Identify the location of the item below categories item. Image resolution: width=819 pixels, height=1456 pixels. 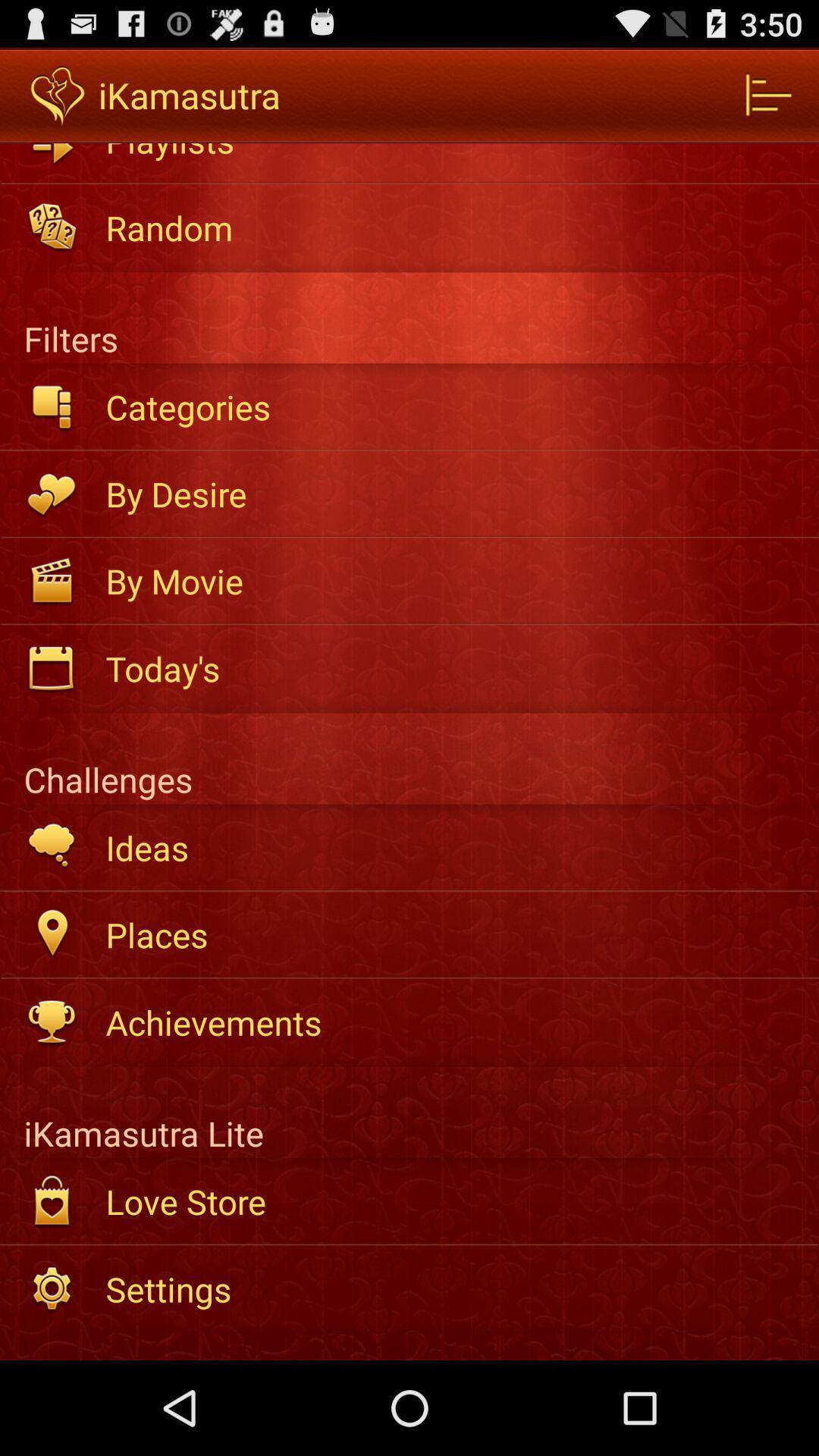
(451, 494).